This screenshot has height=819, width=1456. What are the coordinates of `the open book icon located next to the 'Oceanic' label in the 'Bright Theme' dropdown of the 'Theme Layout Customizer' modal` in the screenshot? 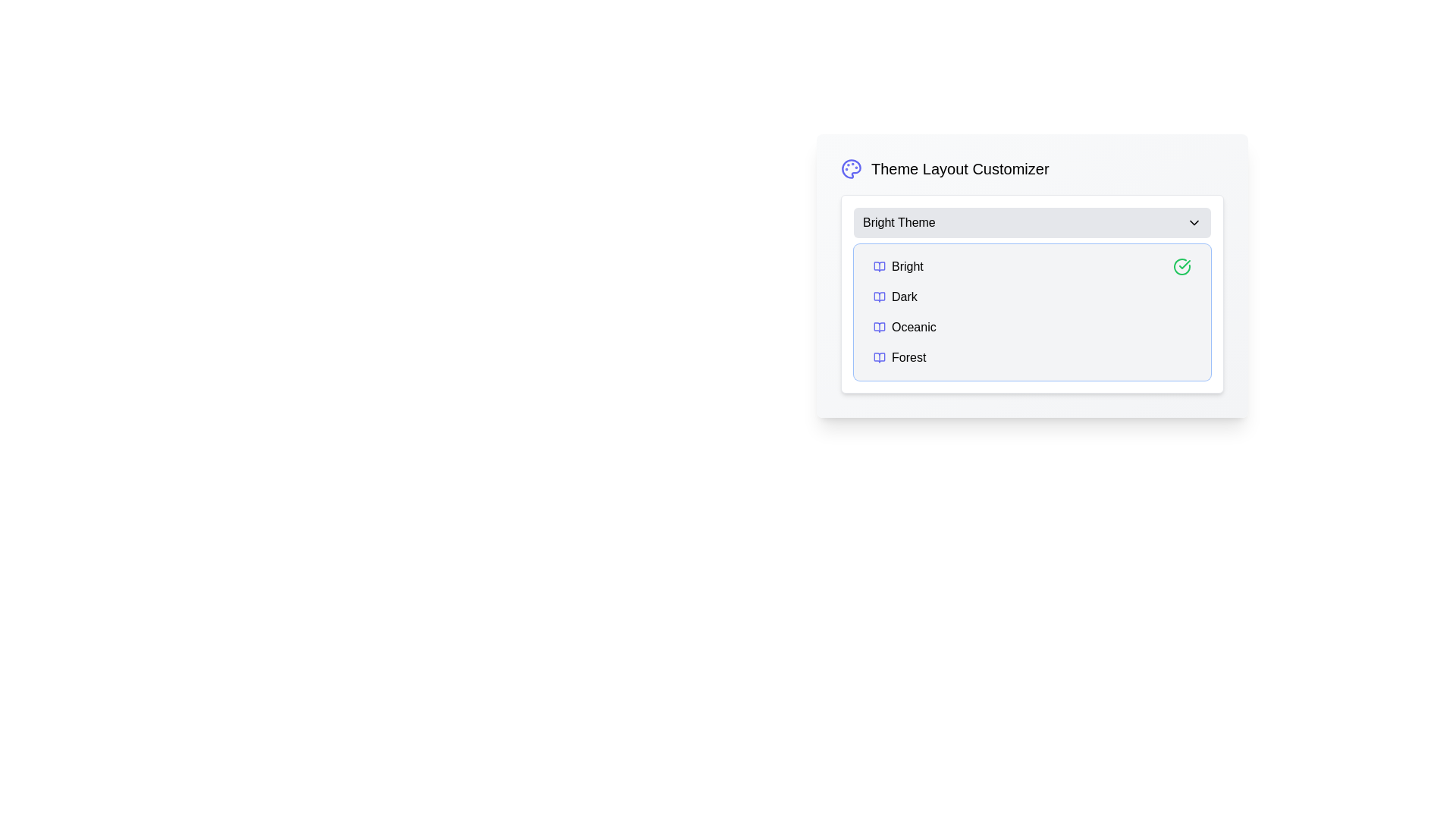 It's located at (880, 327).